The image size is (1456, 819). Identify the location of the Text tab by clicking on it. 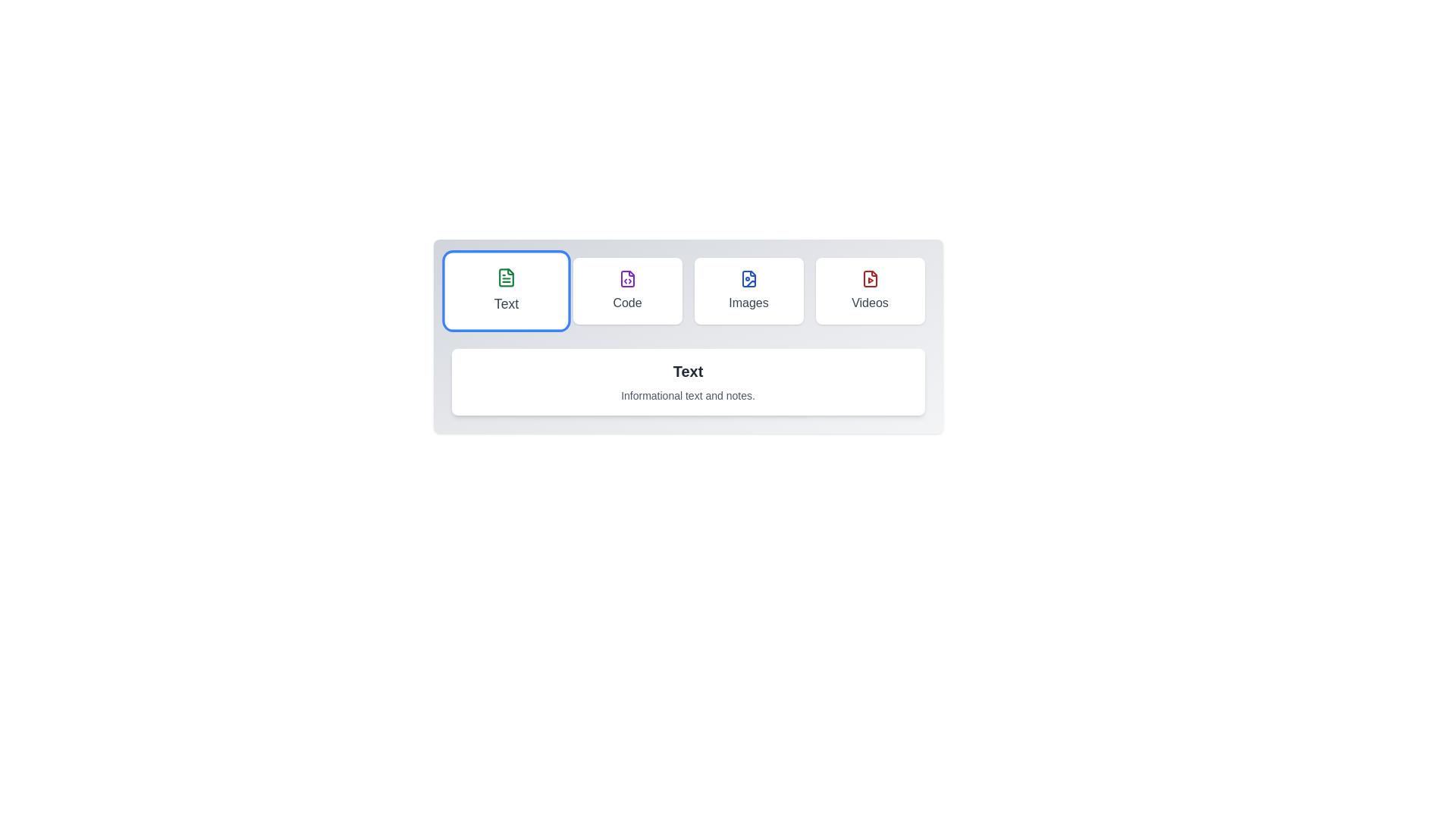
(506, 291).